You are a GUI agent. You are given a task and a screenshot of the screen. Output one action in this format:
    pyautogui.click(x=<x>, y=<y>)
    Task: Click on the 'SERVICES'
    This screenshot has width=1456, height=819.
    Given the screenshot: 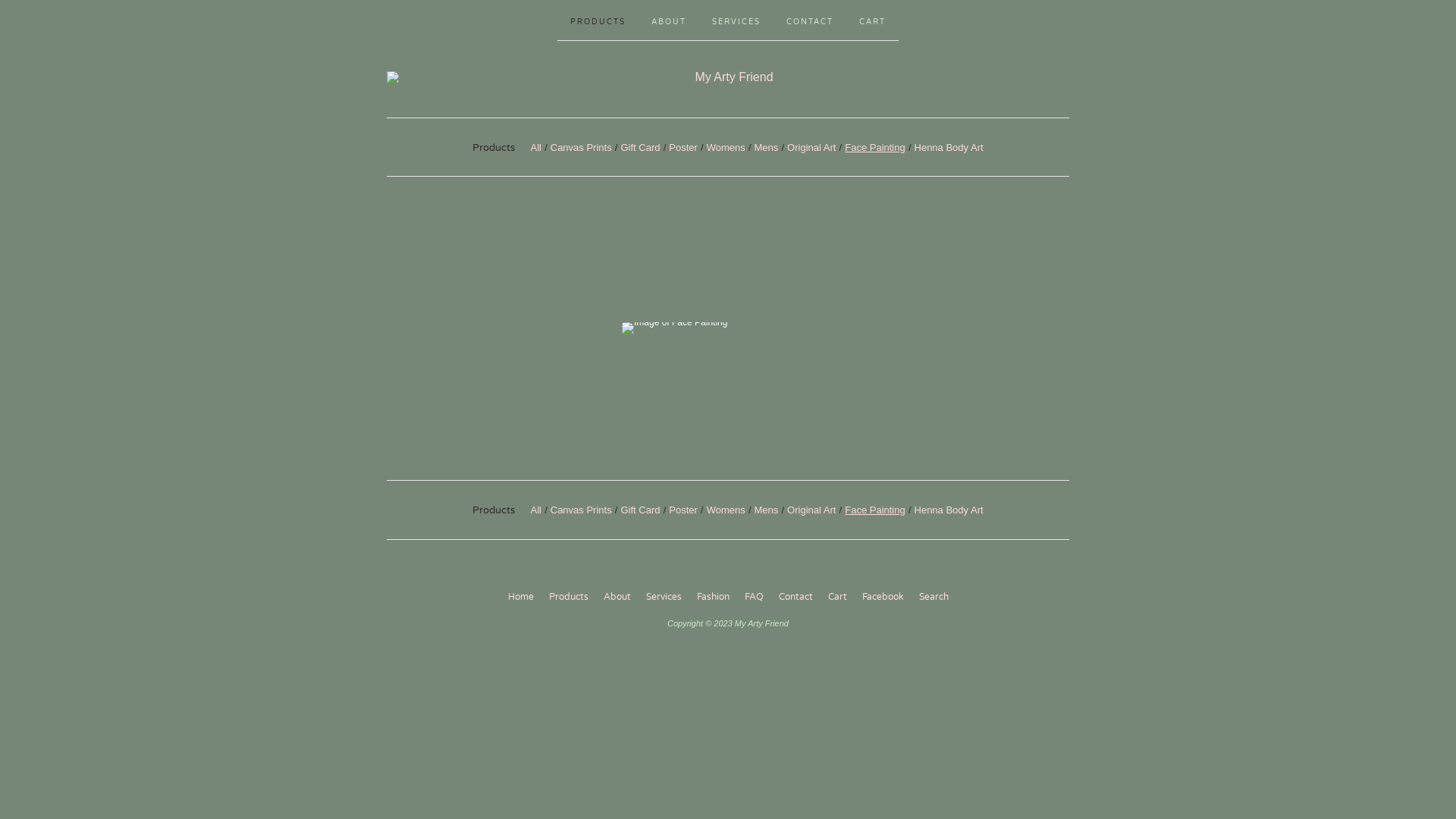 What is the action you would take?
    pyautogui.click(x=736, y=20)
    